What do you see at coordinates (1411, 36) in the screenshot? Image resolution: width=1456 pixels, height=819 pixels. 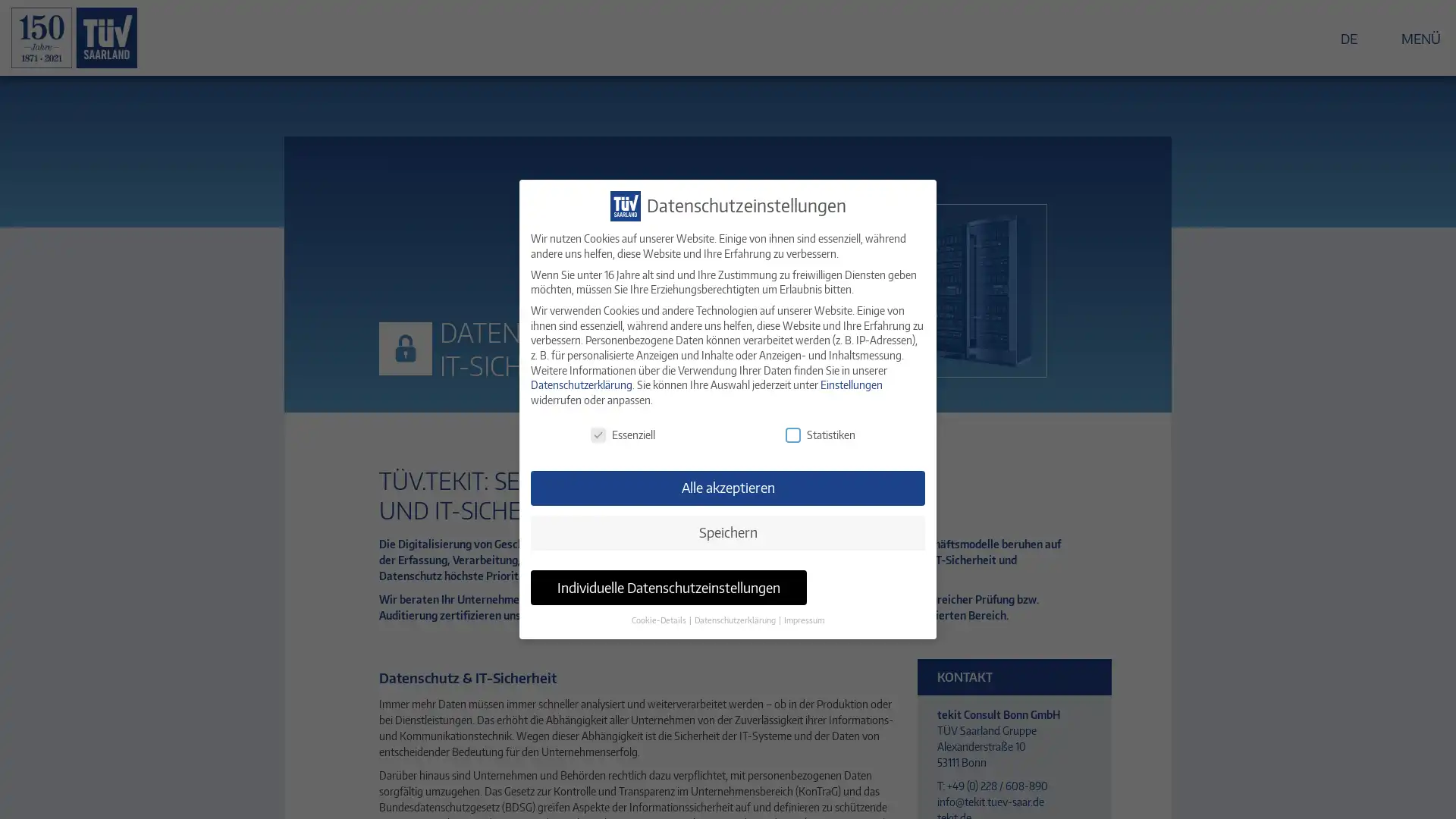 I see `MENU` at bounding box center [1411, 36].